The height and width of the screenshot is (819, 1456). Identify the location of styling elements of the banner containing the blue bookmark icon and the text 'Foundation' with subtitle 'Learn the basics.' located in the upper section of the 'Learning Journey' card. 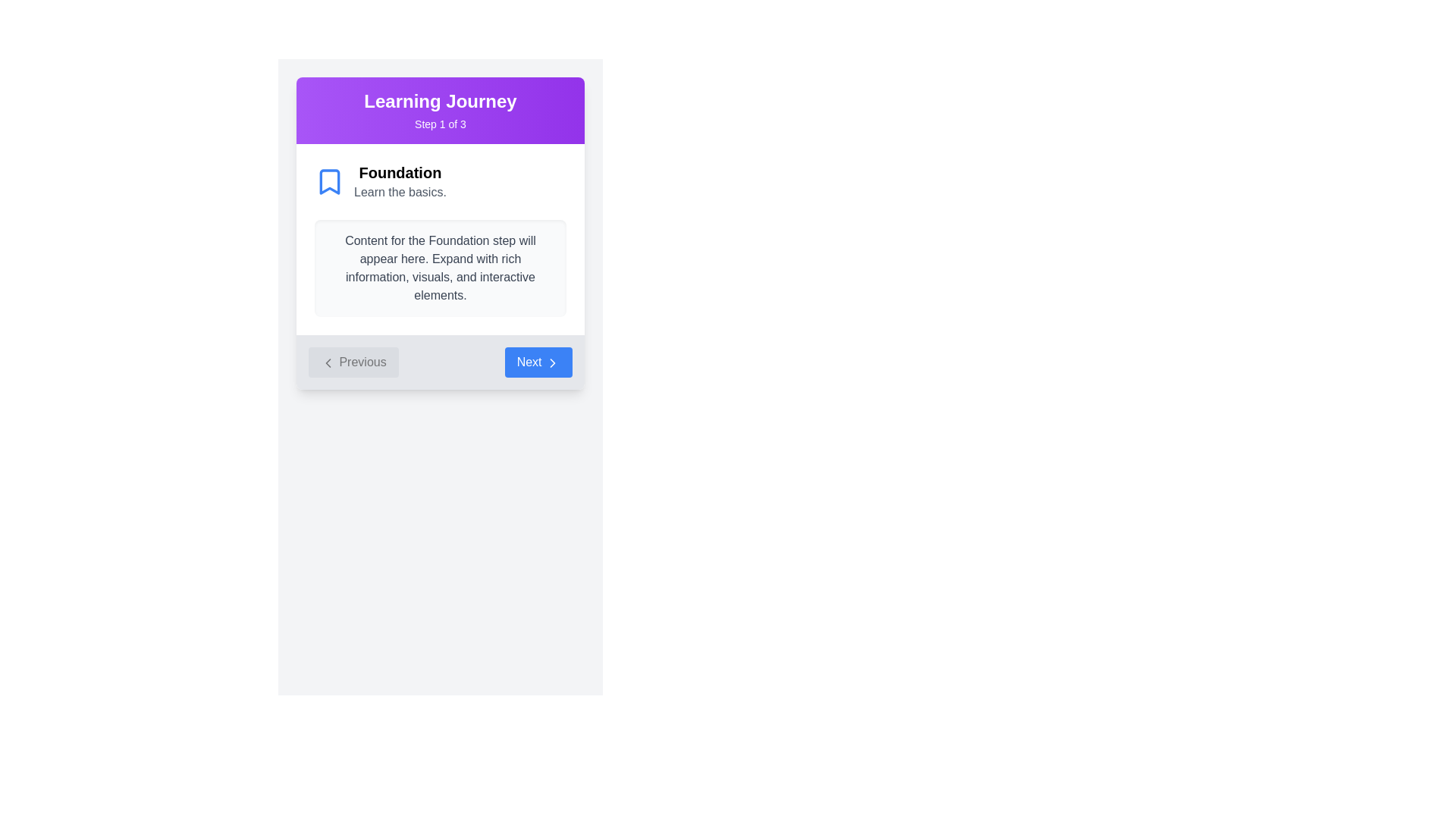
(439, 180).